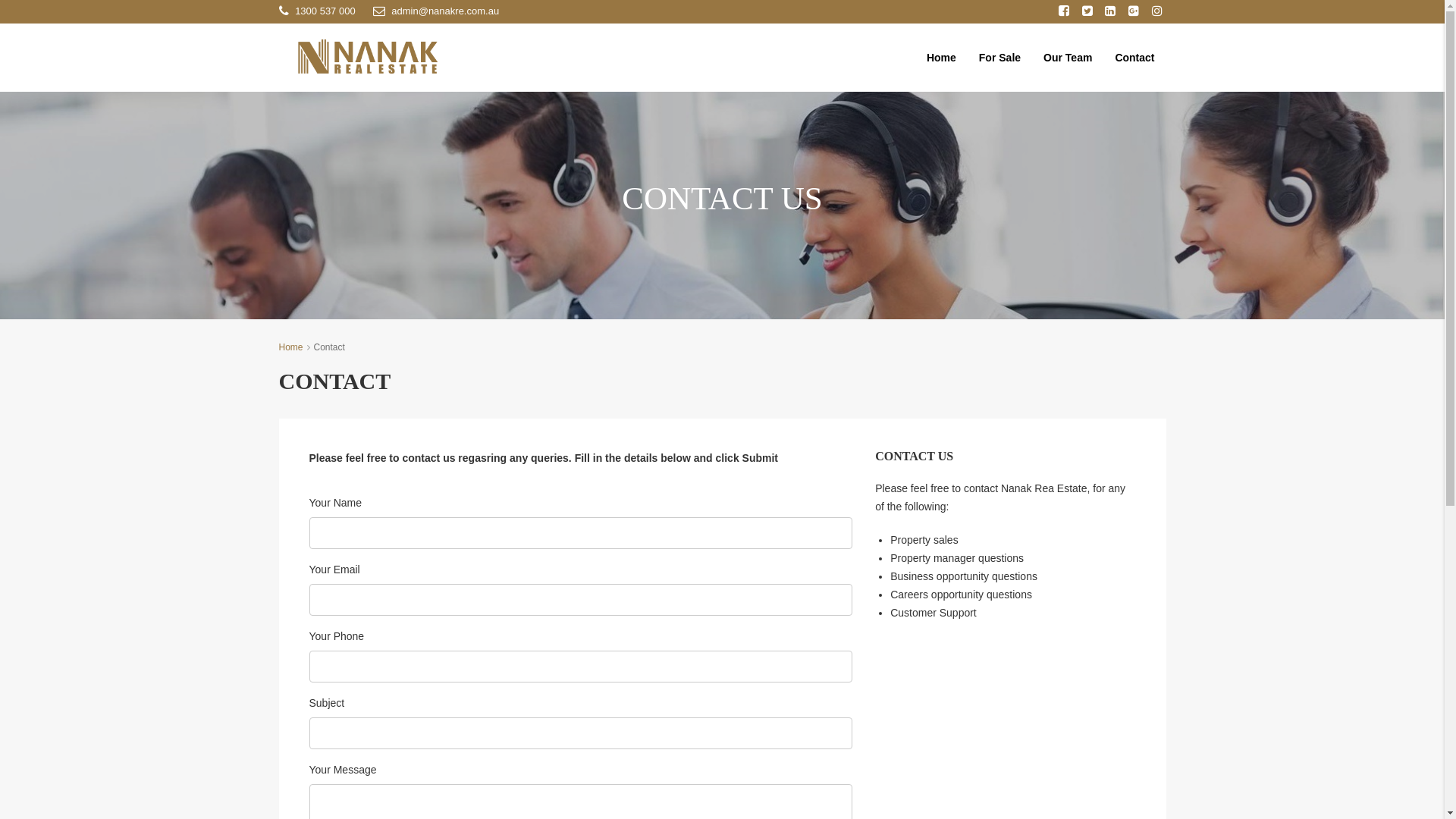  Describe the element at coordinates (316, 11) in the screenshot. I see `'1300 537 000'` at that location.